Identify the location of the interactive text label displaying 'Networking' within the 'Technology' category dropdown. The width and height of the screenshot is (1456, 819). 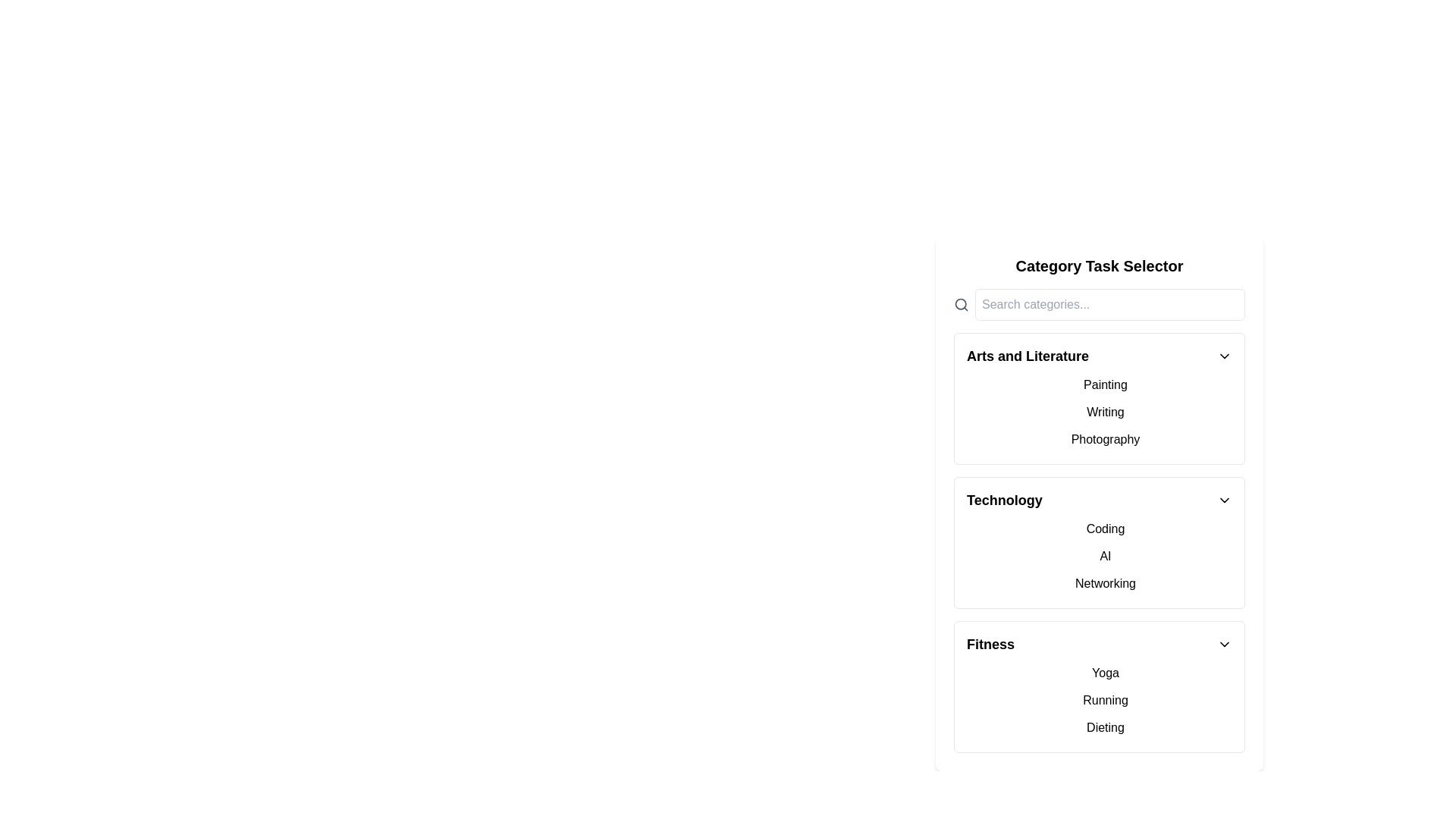
(1106, 583).